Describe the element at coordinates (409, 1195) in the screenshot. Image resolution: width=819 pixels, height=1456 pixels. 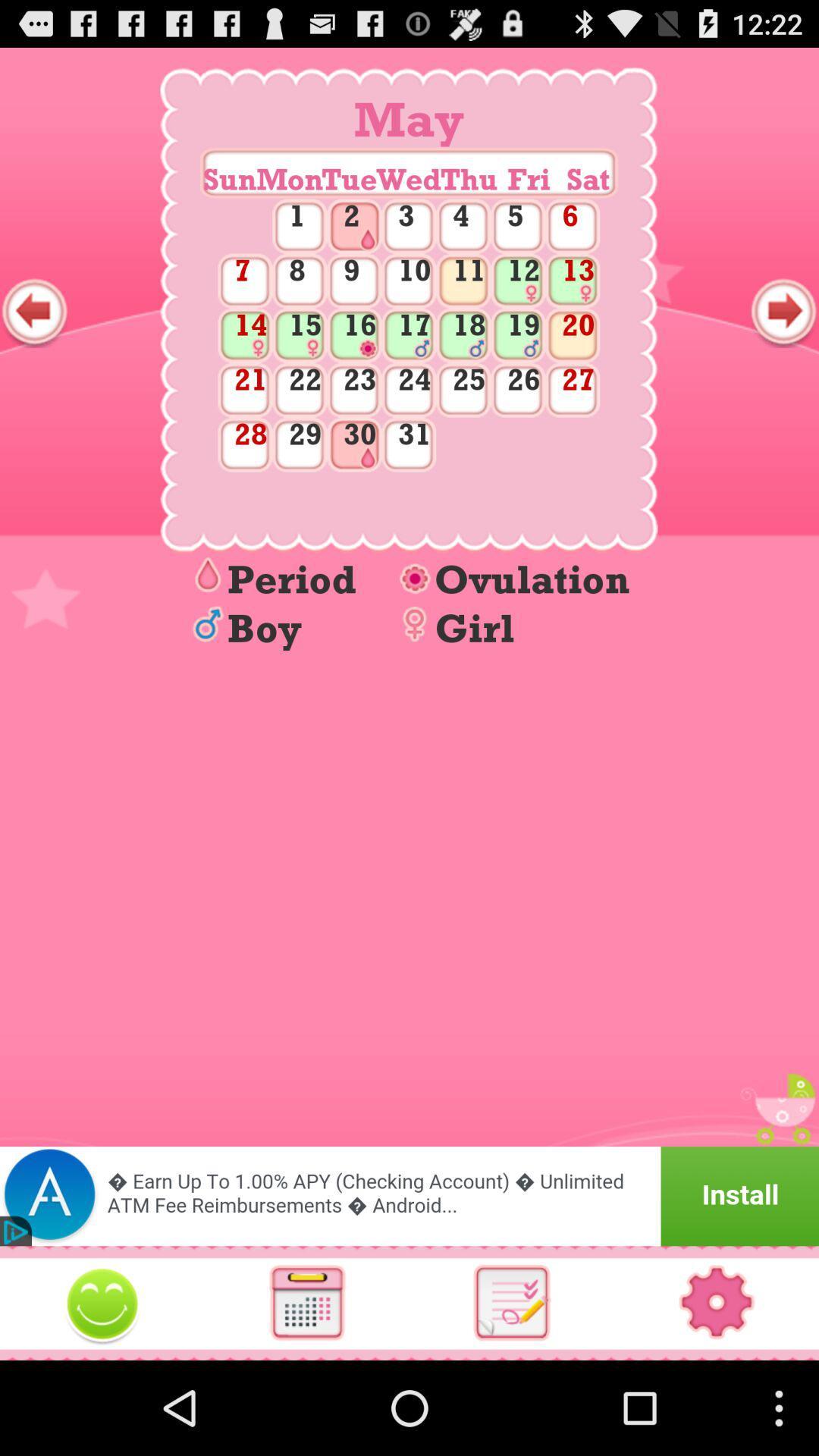
I see `advertisement` at that location.